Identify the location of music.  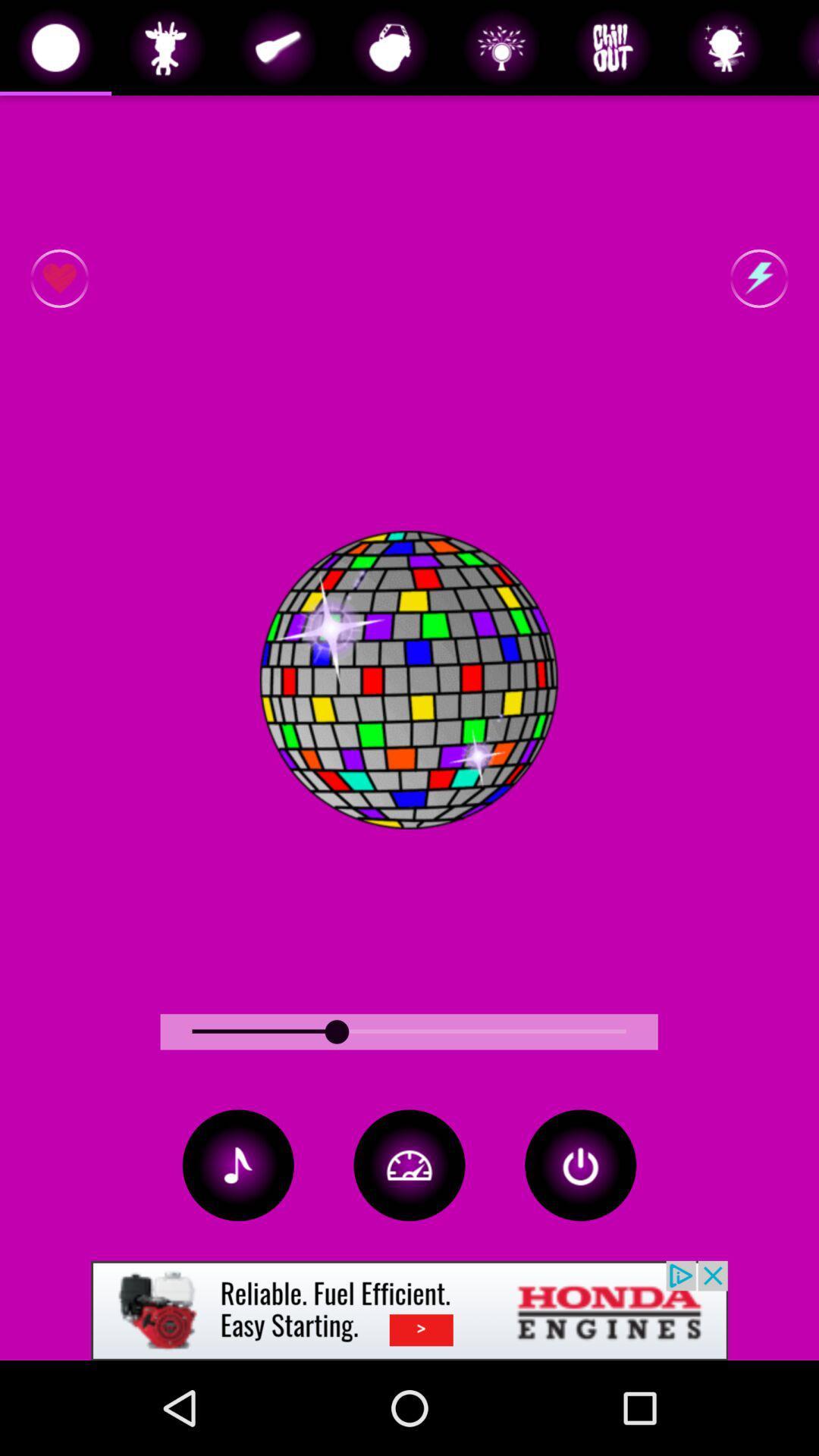
(238, 1164).